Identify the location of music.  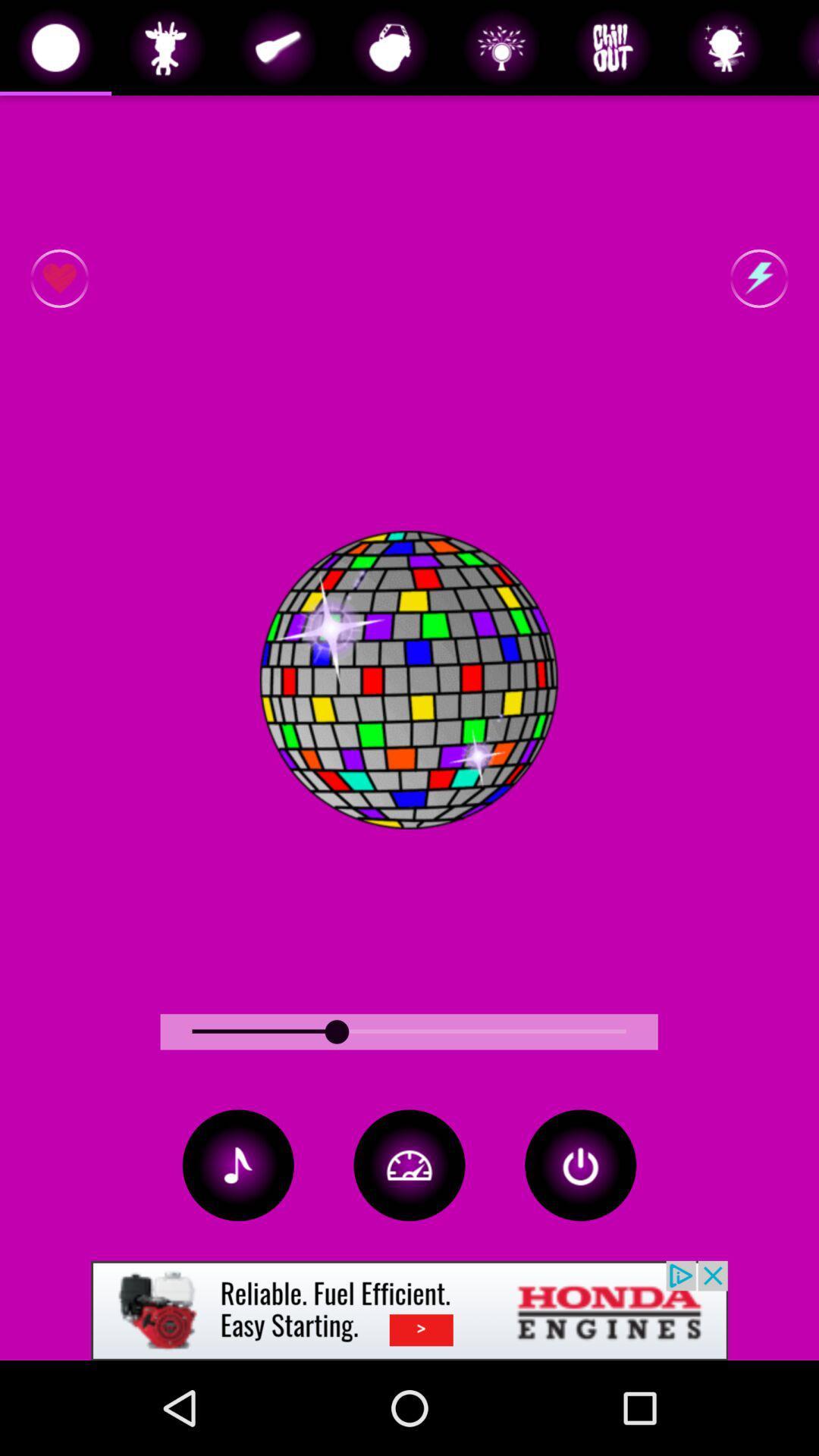
(238, 1164).